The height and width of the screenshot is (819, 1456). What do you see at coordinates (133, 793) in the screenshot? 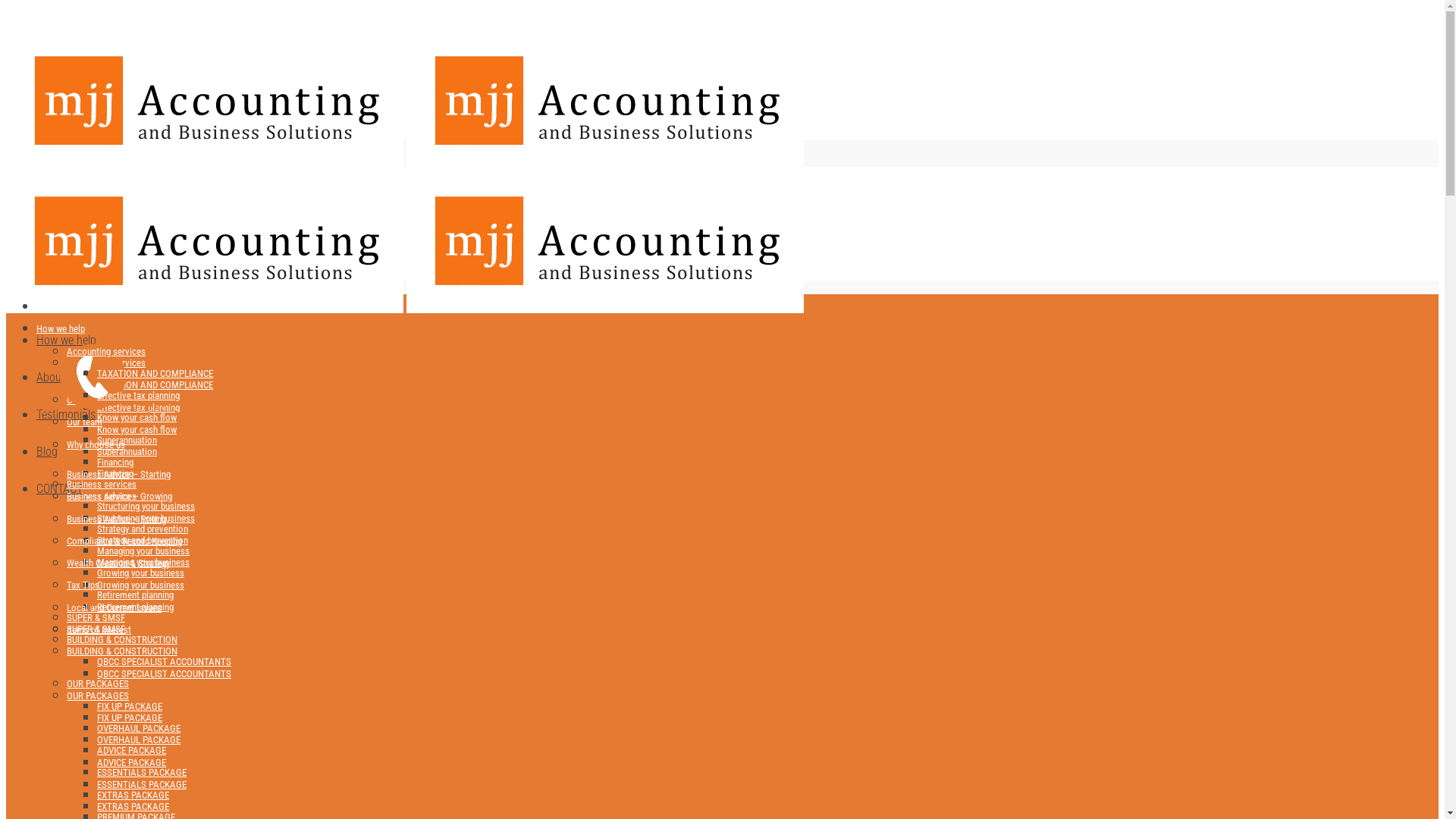
I see `'EXTRAS PACKAGE'` at bounding box center [133, 793].